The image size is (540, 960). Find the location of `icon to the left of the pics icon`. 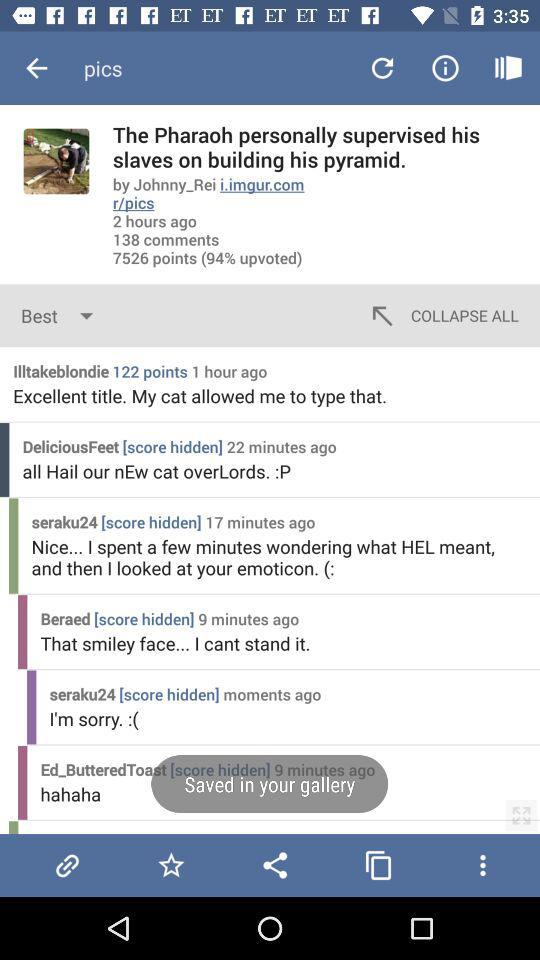

icon to the left of the pics icon is located at coordinates (36, 68).